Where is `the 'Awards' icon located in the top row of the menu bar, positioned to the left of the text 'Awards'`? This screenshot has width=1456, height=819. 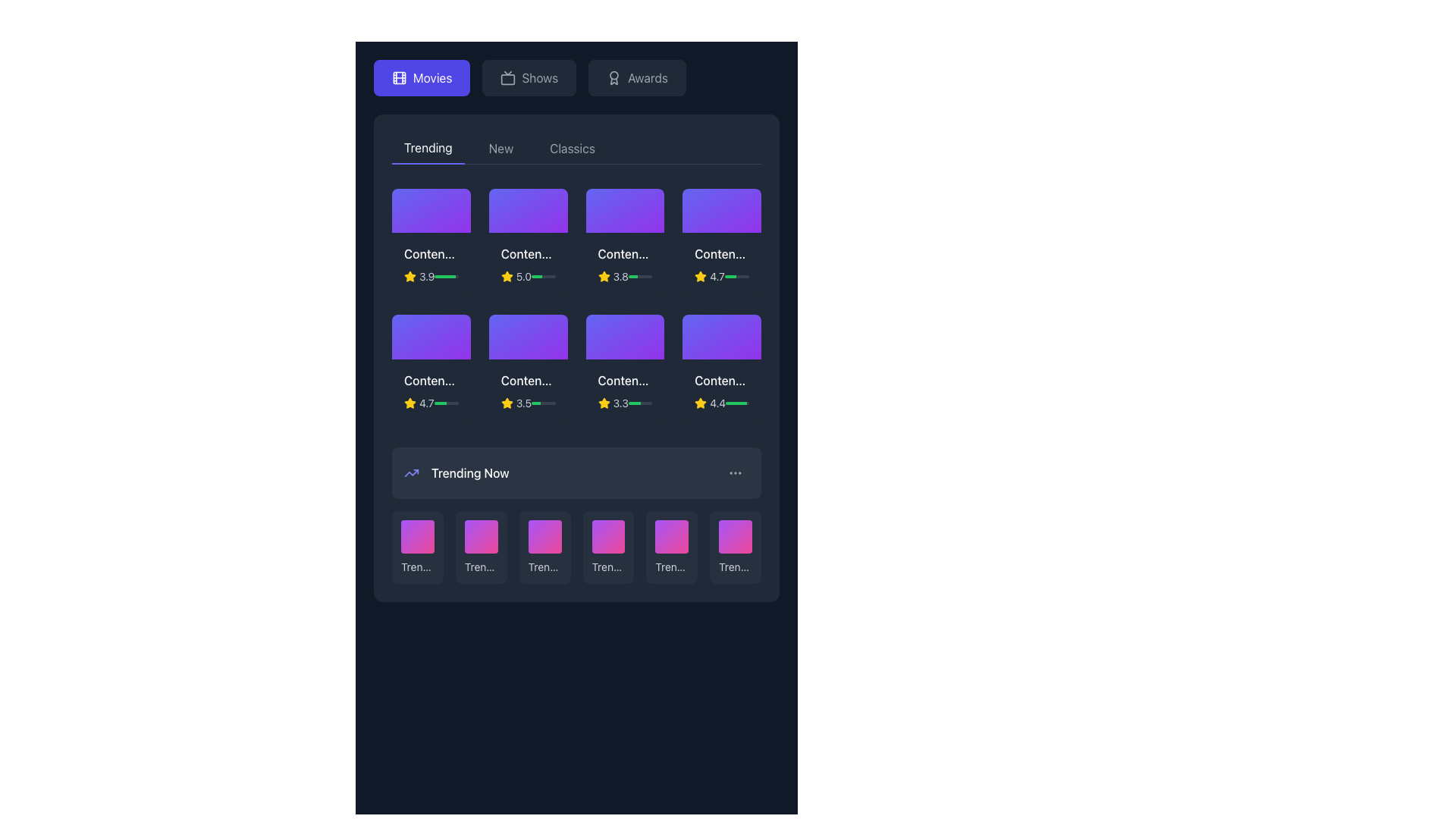
the 'Awards' icon located in the top row of the menu bar, positioned to the left of the text 'Awards' is located at coordinates (614, 78).